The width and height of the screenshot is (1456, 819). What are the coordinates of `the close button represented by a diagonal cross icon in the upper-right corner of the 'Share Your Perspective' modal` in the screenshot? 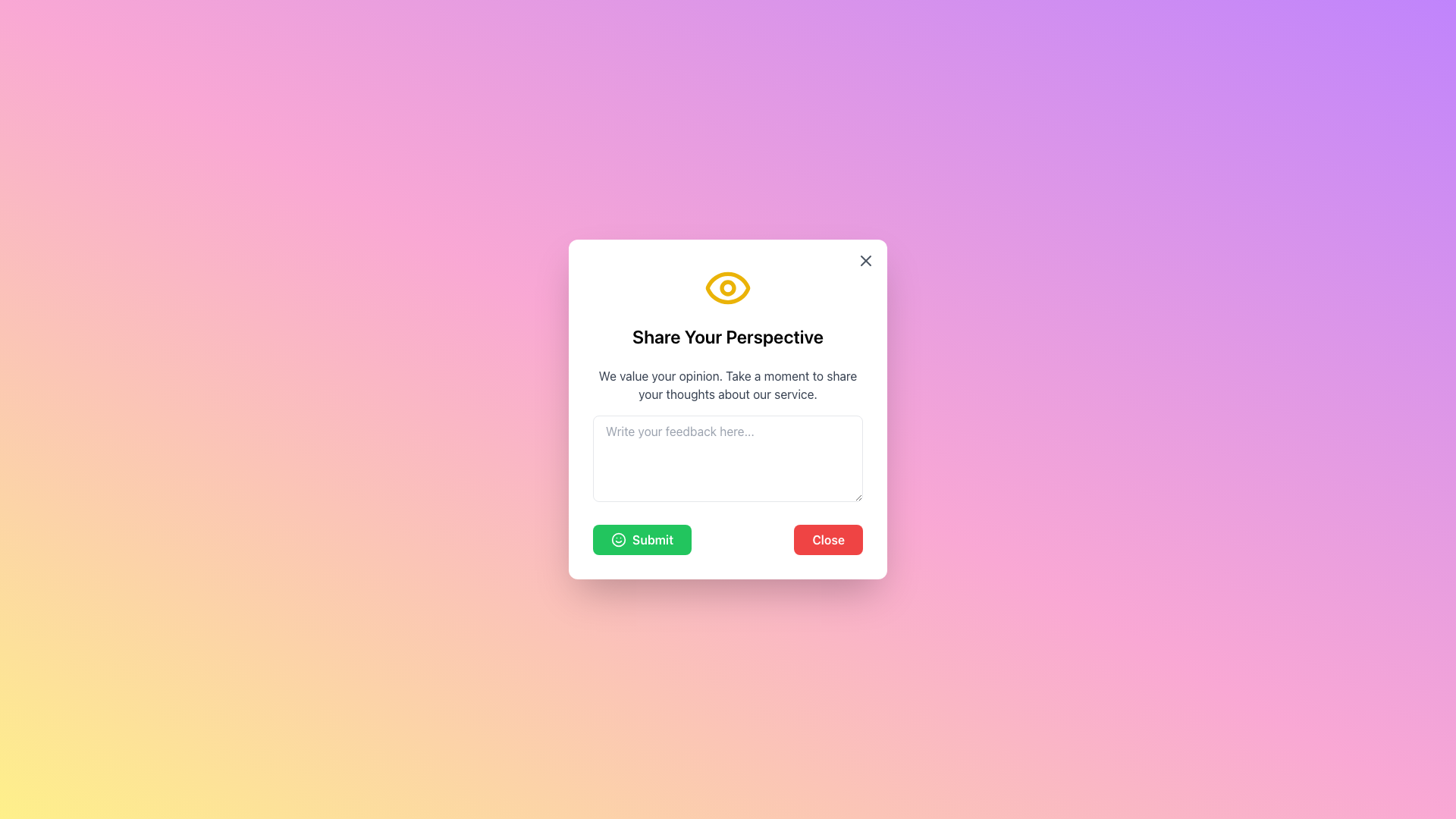 It's located at (866, 259).